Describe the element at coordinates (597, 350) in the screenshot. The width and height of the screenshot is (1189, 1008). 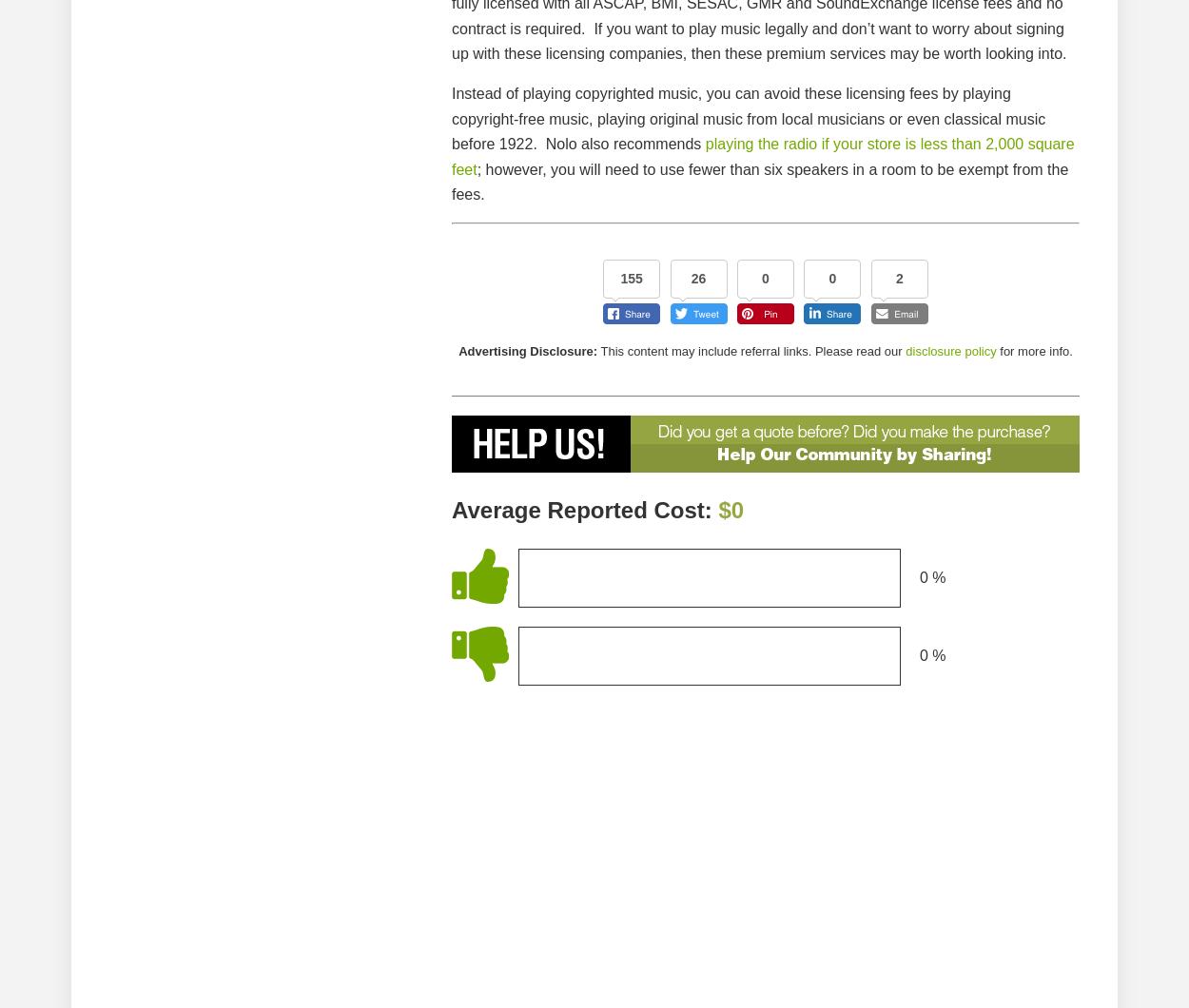
I see `'This content may include referral links.  Please read our'` at that location.